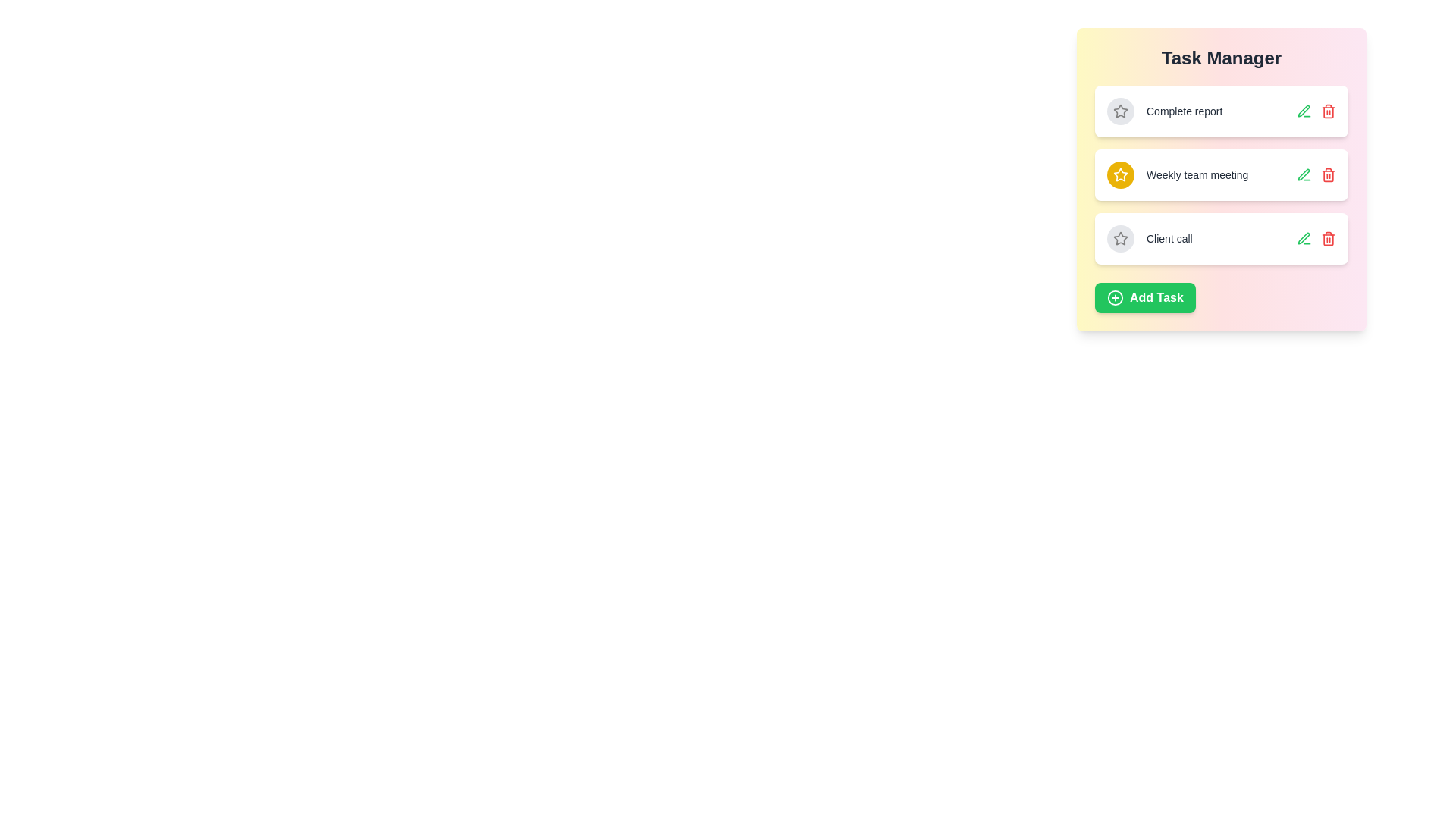  Describe the element at coordinates (1328, 239) in the screenshot. I see `the trash icon of the task titled 'Client call' to delete it` at that location.